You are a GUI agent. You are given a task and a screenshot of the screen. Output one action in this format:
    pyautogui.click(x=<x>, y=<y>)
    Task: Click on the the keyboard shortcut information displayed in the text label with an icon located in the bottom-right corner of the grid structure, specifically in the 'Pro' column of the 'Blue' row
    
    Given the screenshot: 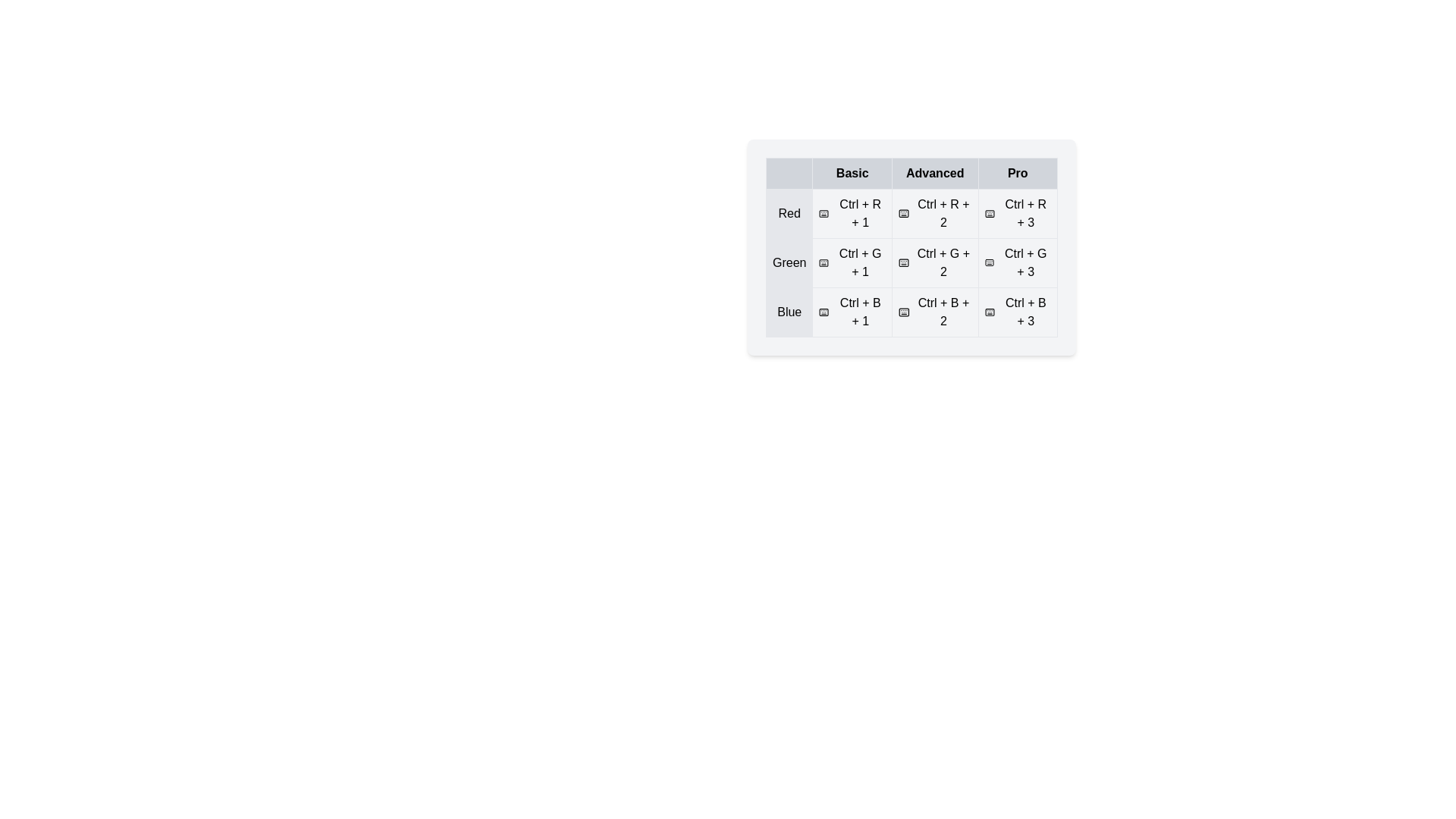 What is the action you would take?
    pyautogui.click(x=1018, y=312)
    